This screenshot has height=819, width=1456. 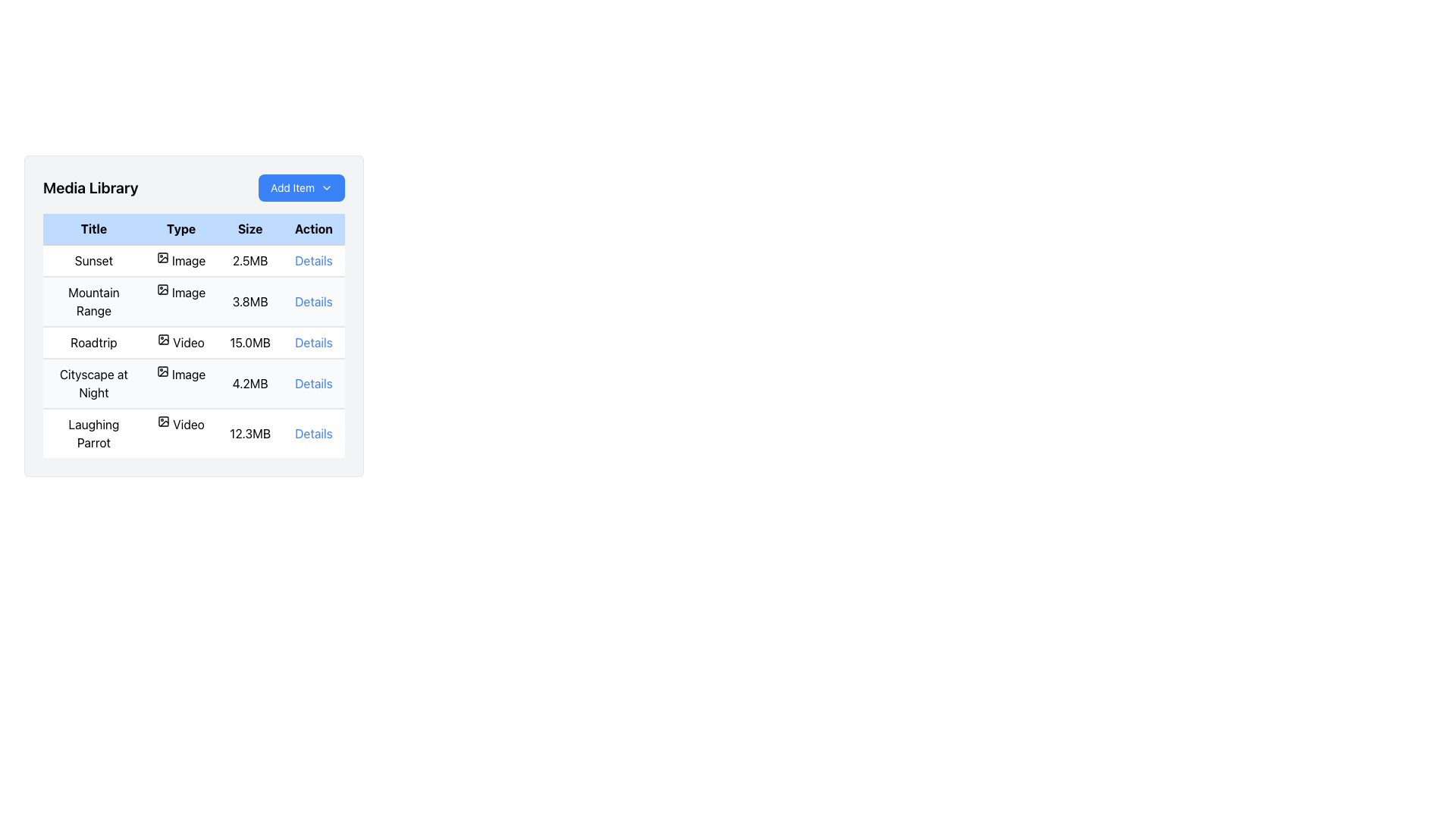 What do you see at coordinates (312, 433) in the screenshot?
I see `the last link in the 'Action' column of the table associated with the 'Laughing Parrot' entry` at bounding box center [312, 433].